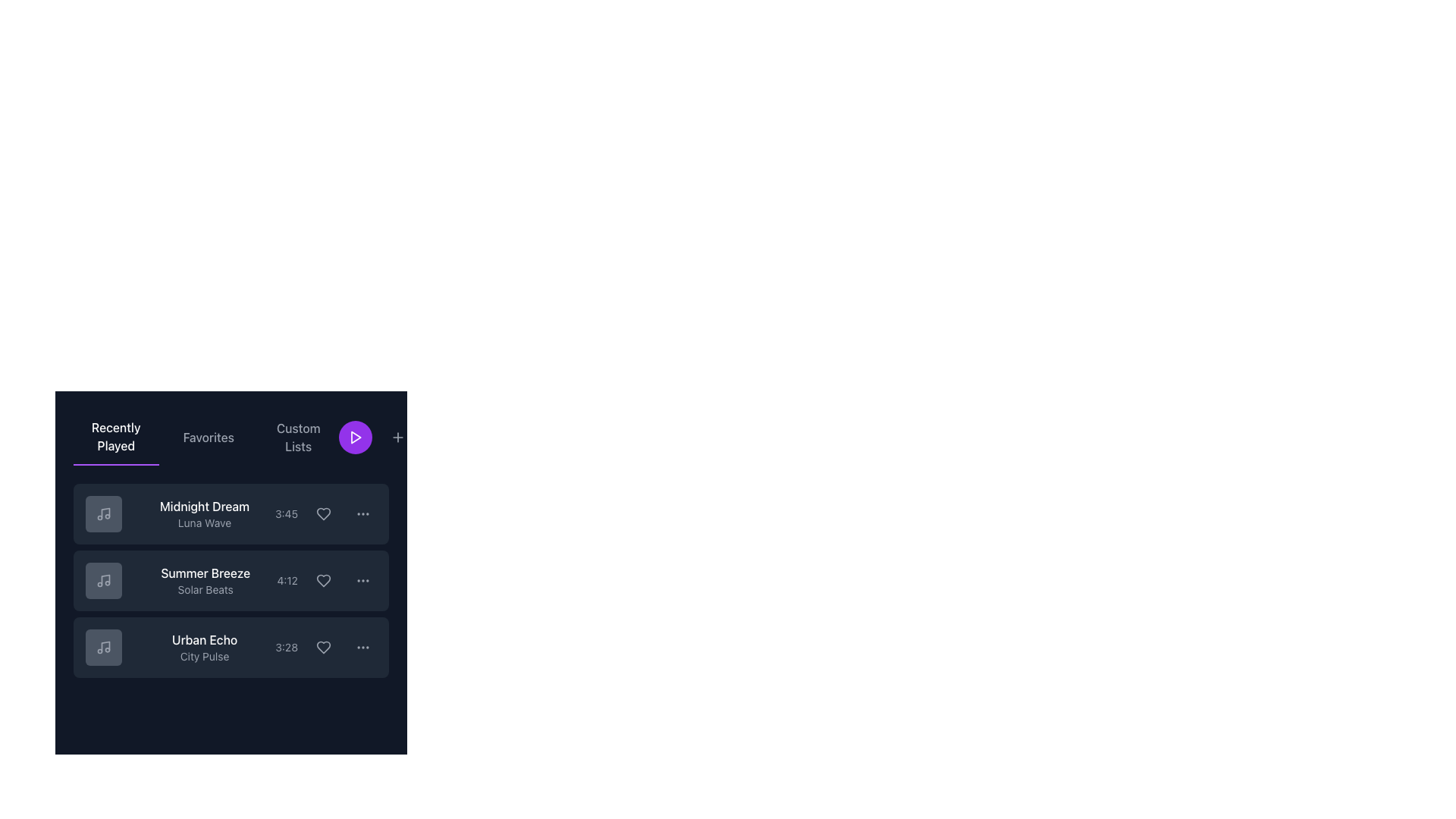  I want to click on the 'Recently Played' button, which is styled with a white font and purple underline, so click(115, 438).